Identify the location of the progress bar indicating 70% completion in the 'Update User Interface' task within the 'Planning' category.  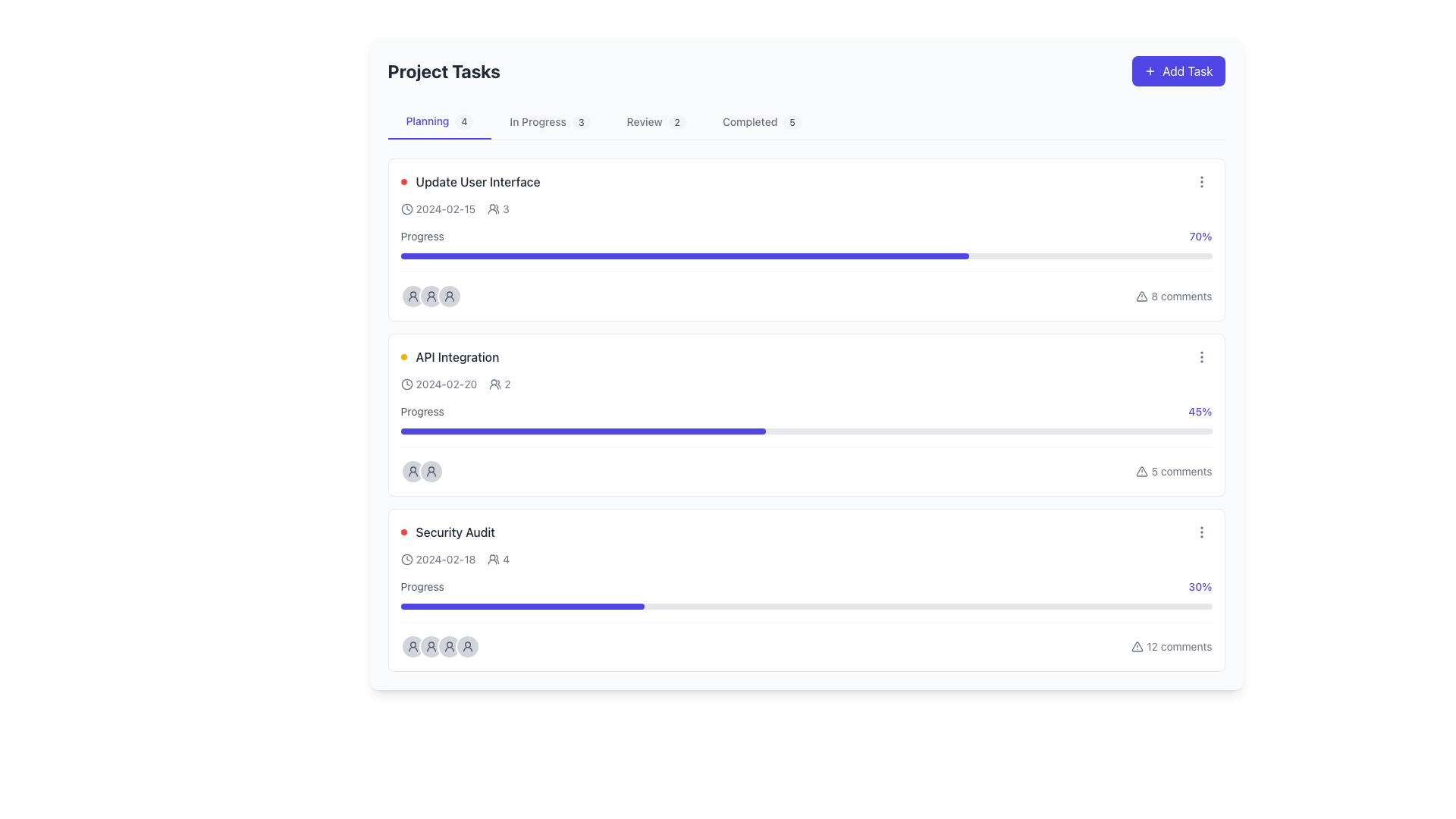
(683, 256).